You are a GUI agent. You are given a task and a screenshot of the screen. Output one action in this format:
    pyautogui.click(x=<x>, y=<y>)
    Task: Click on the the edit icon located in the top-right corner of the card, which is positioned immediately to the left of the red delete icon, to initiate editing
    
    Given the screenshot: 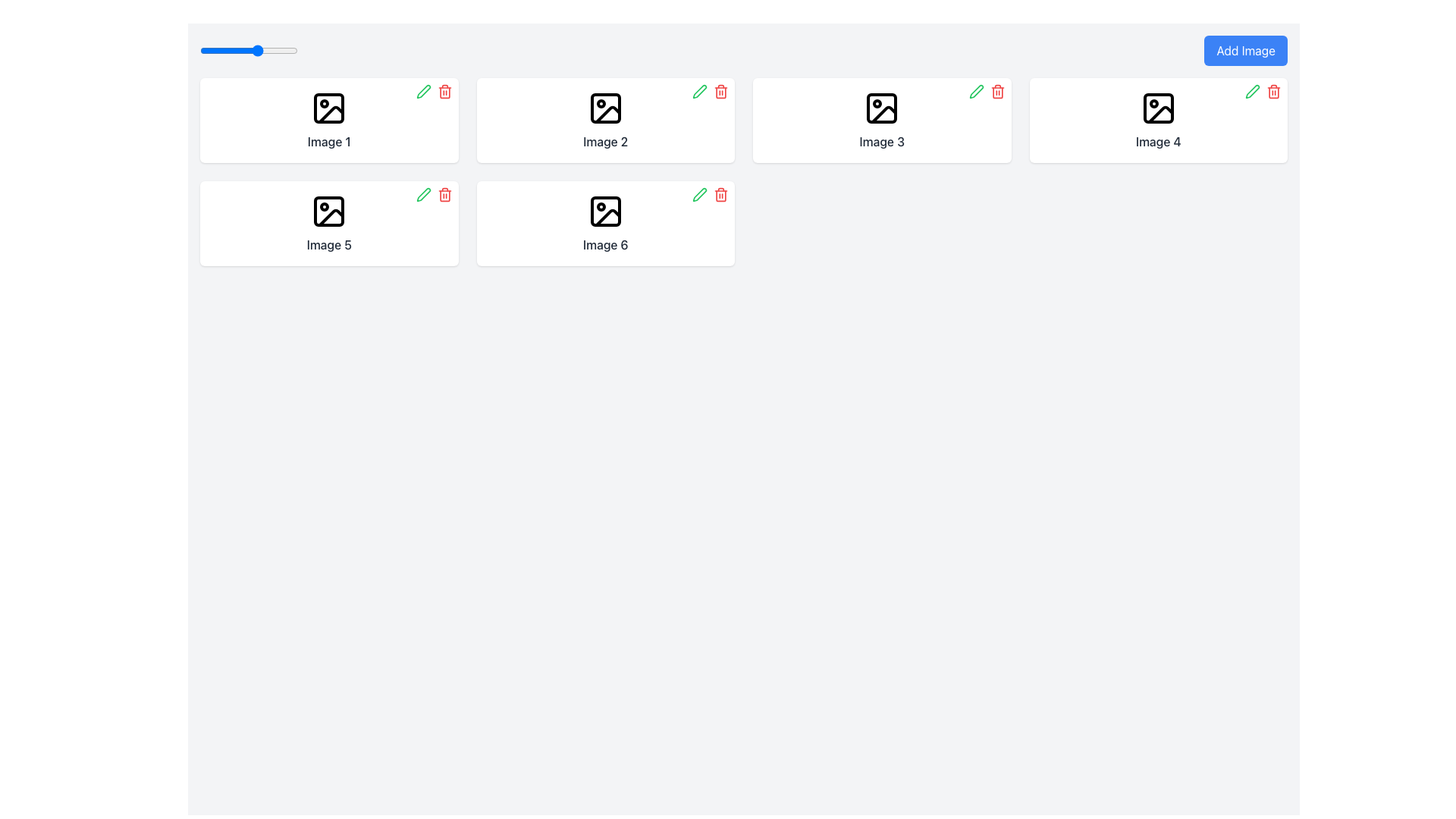 What is the action you would take?
    pyautogui.click(x=423, y=194)
    